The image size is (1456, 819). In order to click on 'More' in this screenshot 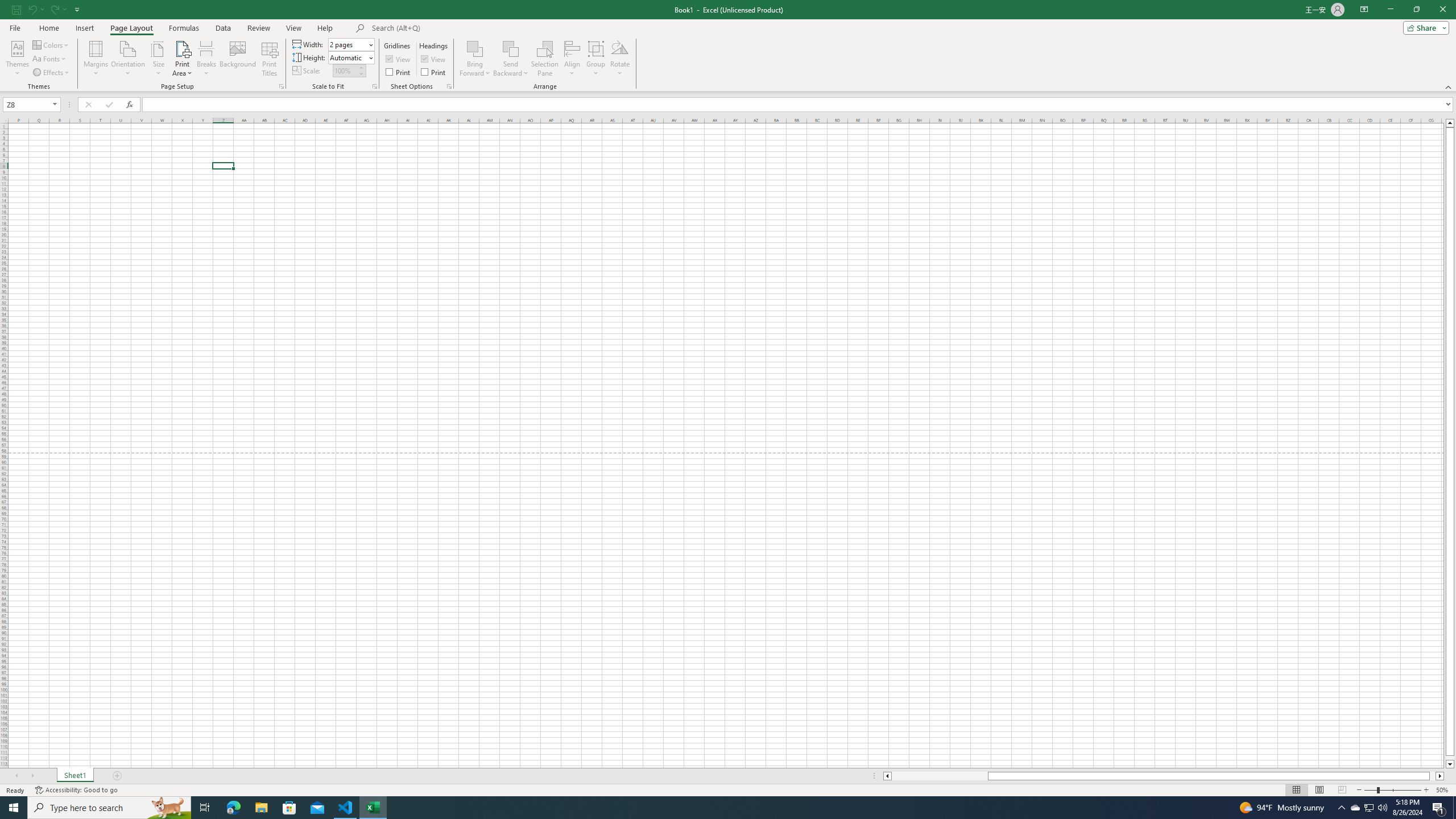, I will do `click(360, 67)`.